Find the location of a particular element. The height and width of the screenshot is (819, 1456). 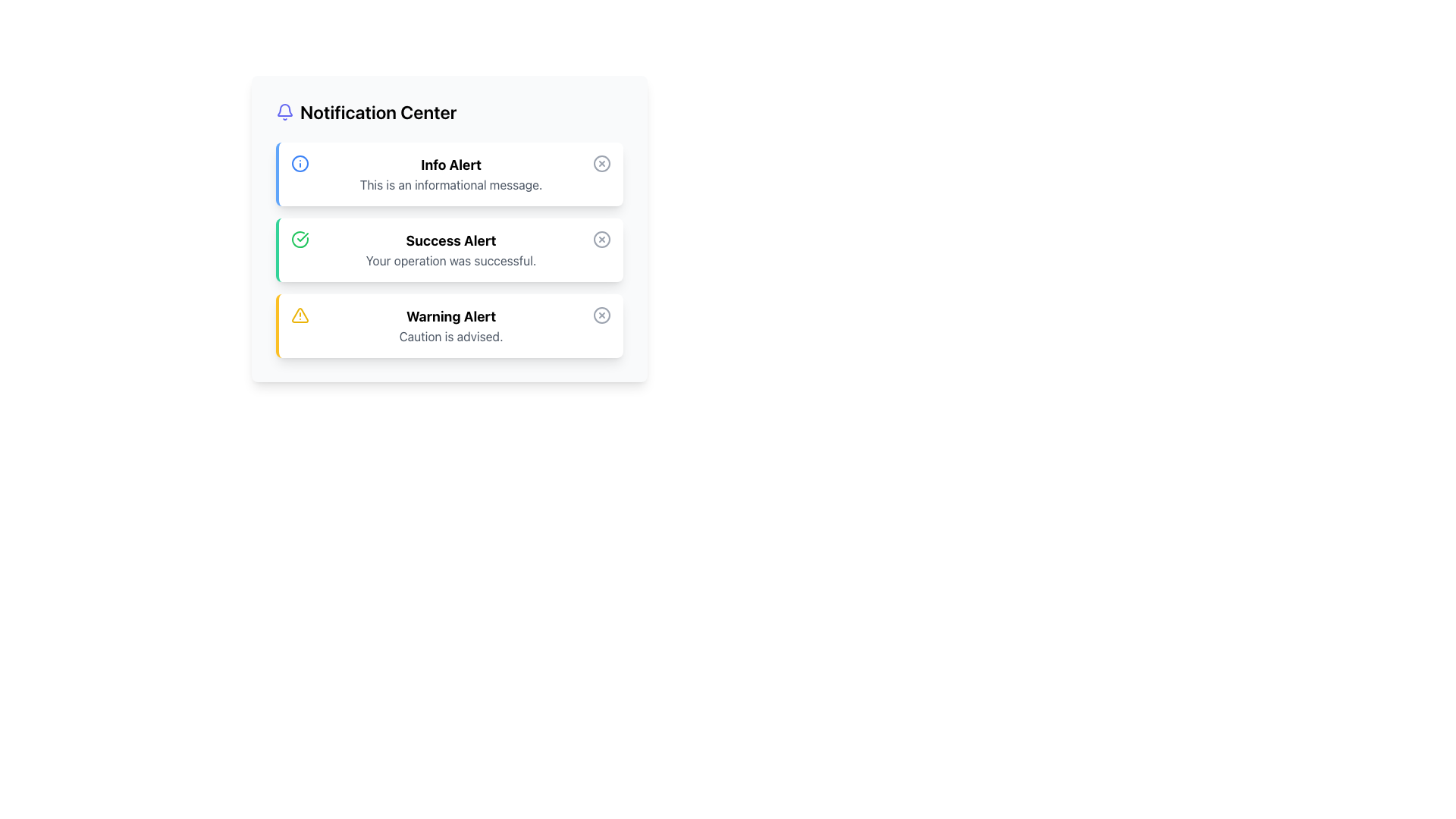

text from the first Text label in the Notification Center alert box that indicates the title or main subject of the informational alert message is located at coordinates (450, 165).